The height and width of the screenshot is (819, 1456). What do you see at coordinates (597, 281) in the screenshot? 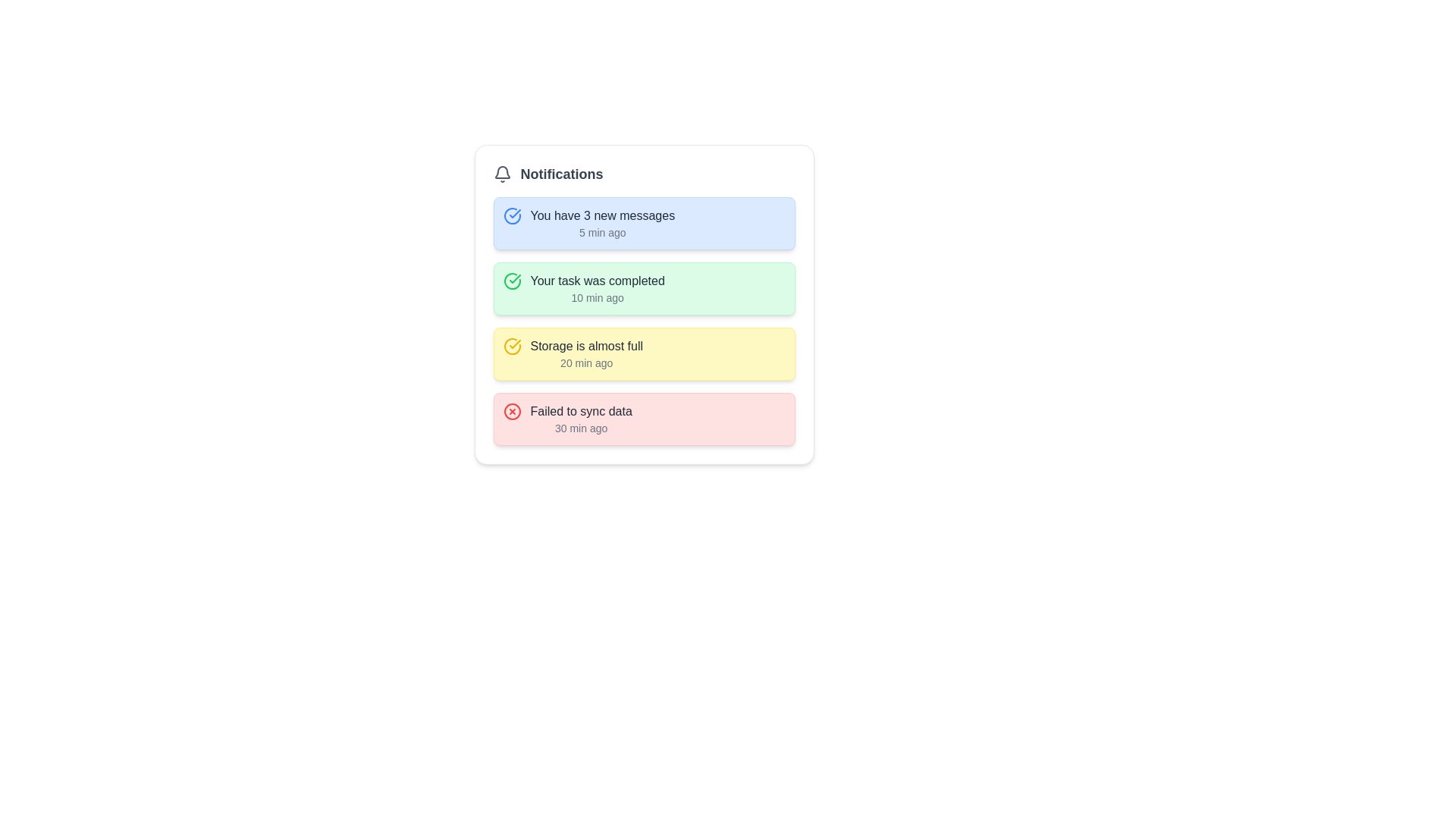
I see `the text label displaying 'Your task was completed' in the notification card located in the second row of the notification list` at bounding box center [597, 281].